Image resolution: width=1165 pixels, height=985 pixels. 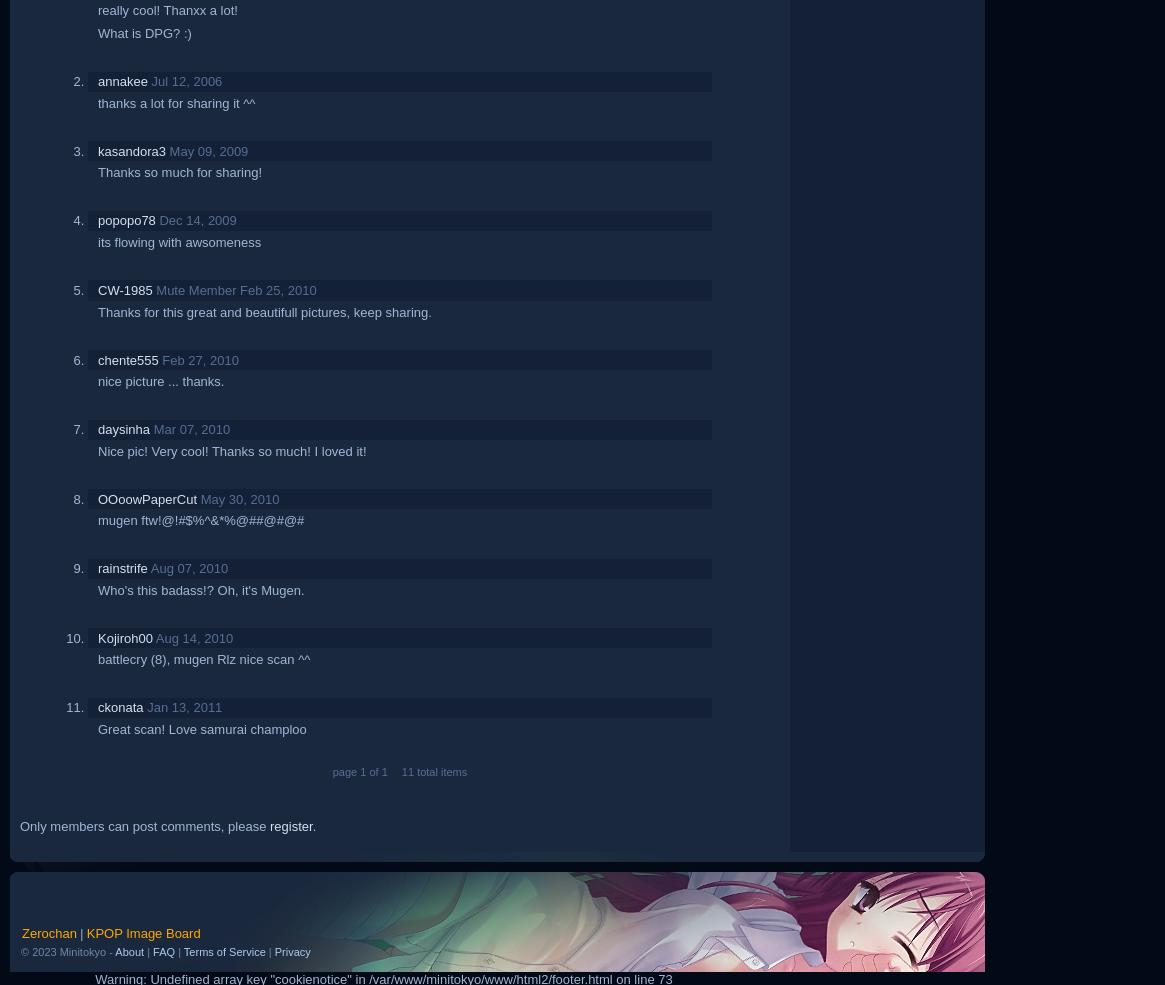 I want to click on 'popopo78', so click(x=126, y=219).